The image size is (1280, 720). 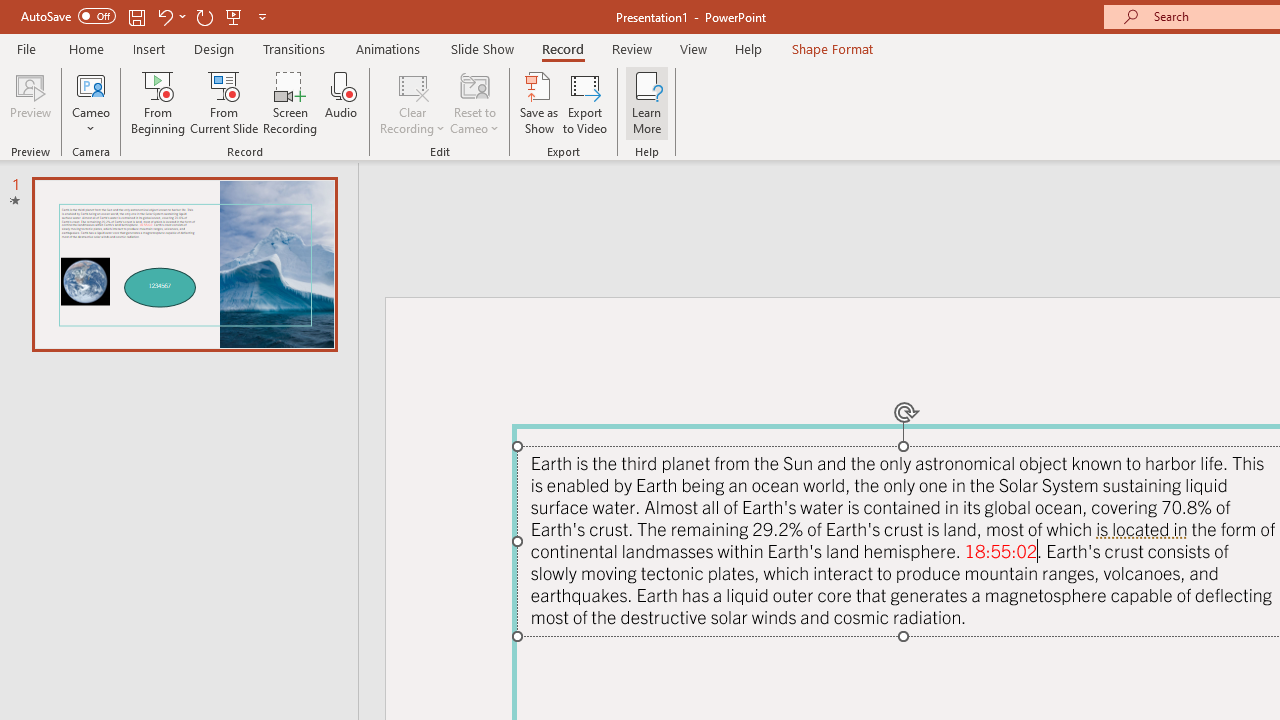 What do you see at coordinates (473, 103) in the screenshot?
I see `'Reset to Cameo'` at bounding box center [473, 103].